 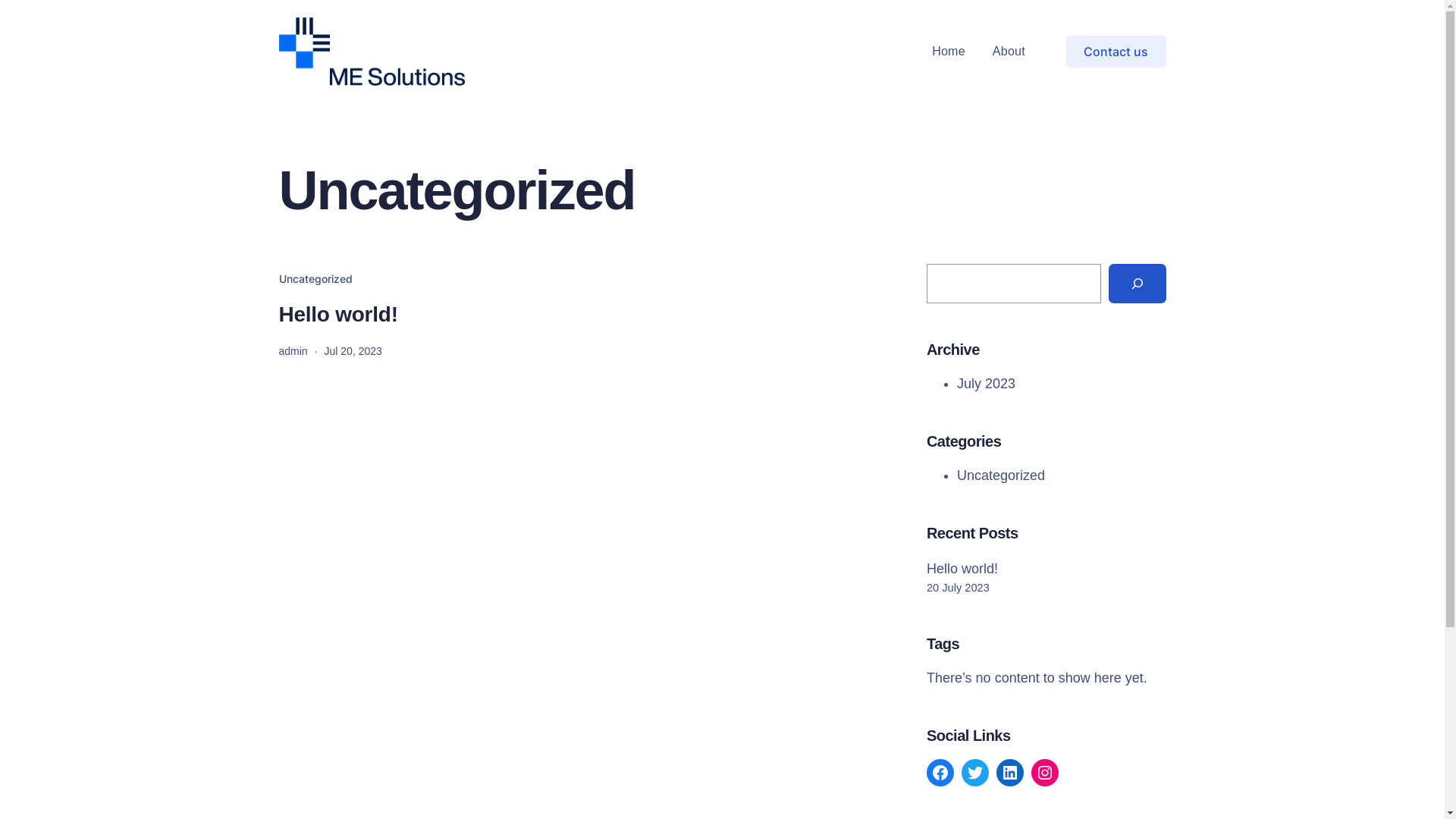 What do you see at coordinates (930, 51) in the screenshot?
I see `'Home'` at bounding box center [930, 51].